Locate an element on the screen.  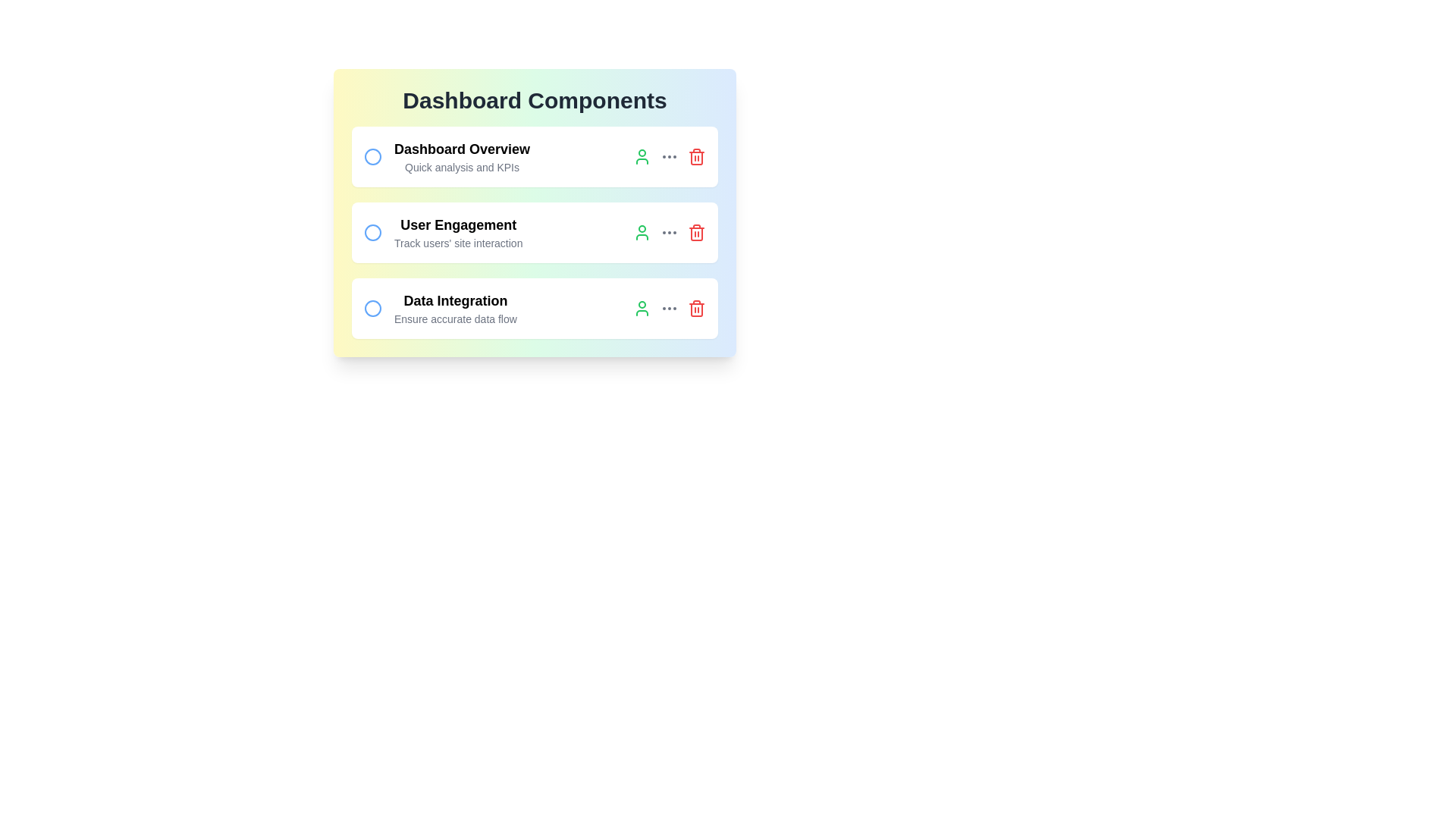
the three dots button for task 2 is located at coordinates (669, 233).